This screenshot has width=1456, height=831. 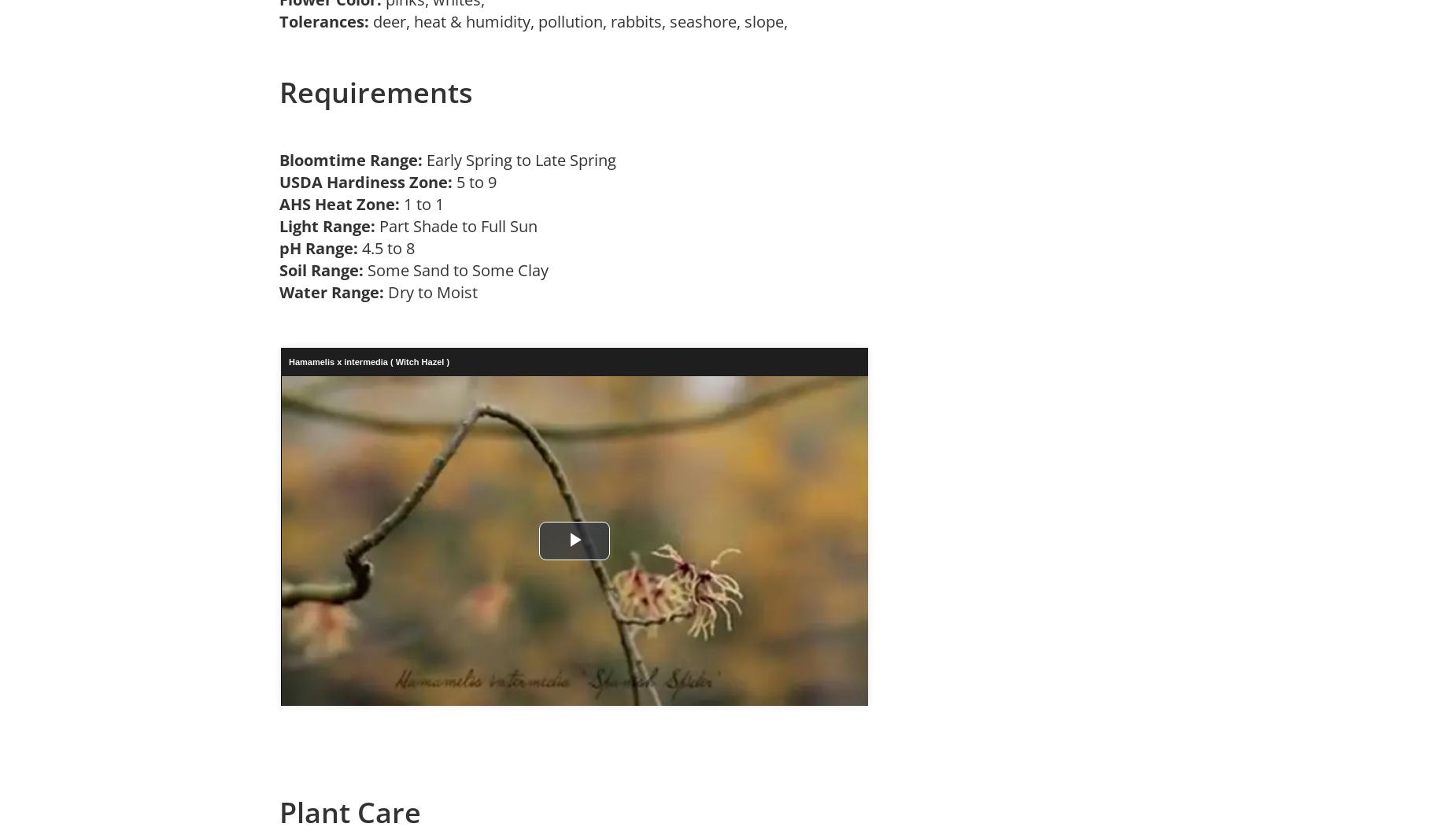 What do you see at coordinates (279, 247) in the screenshot?
I see `'pH Range:'` at bounding box center [279, 247].